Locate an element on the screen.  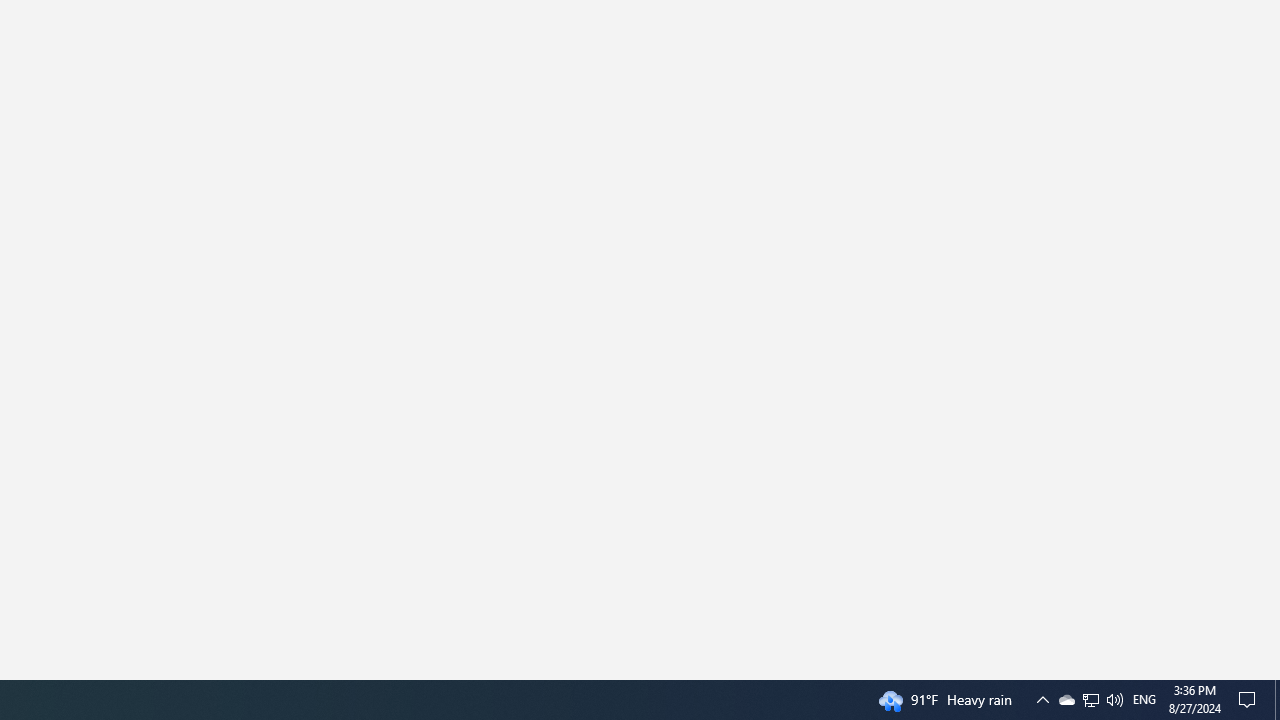
'Show desktop' is located at coordinates (1276, 698).